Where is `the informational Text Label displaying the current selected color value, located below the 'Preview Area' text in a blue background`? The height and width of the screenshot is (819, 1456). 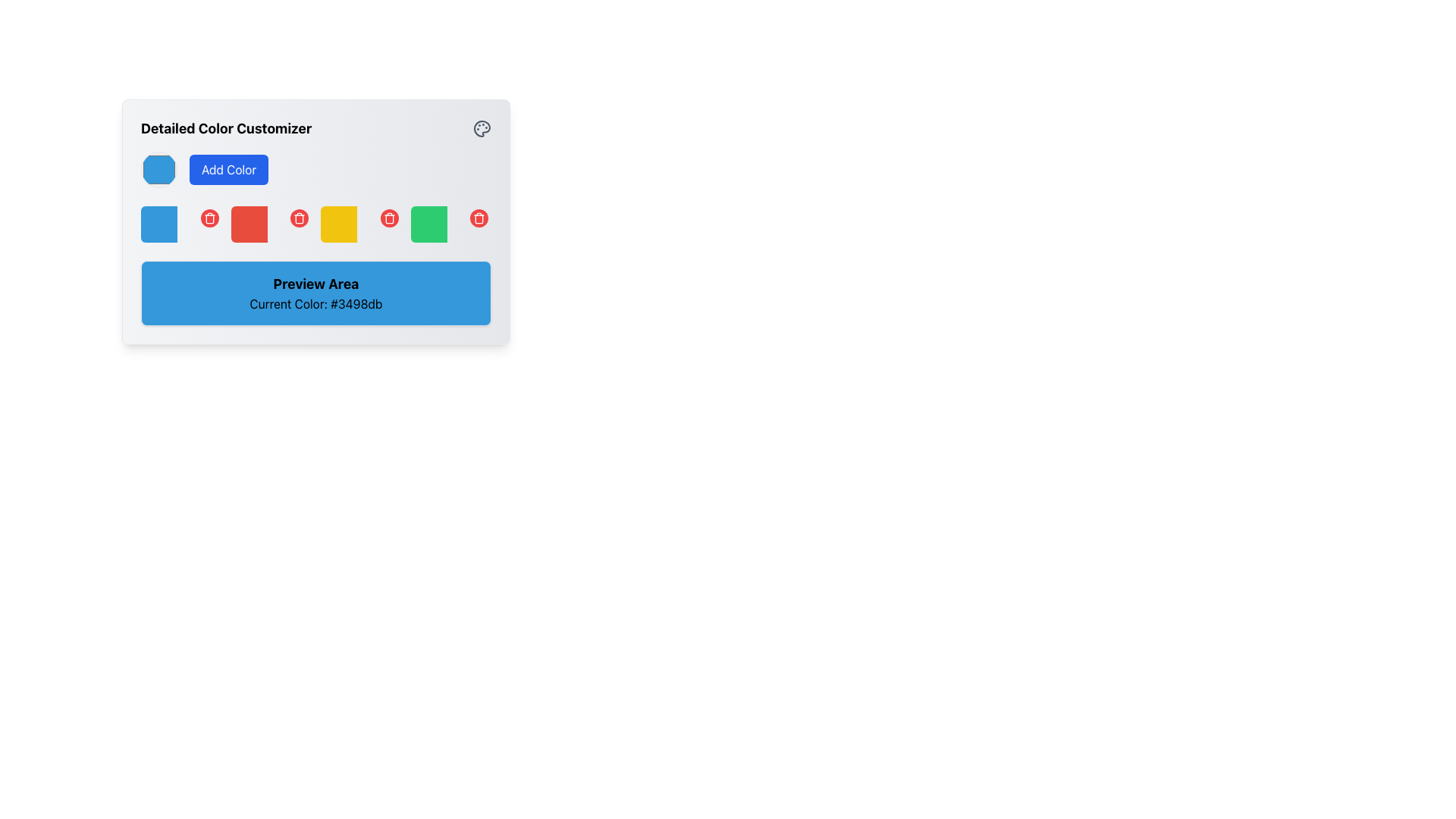
the informational Text Label displaying the current selected color value, located below the 'Preview Area' text in a blue background is located at coordinates (315, 304).